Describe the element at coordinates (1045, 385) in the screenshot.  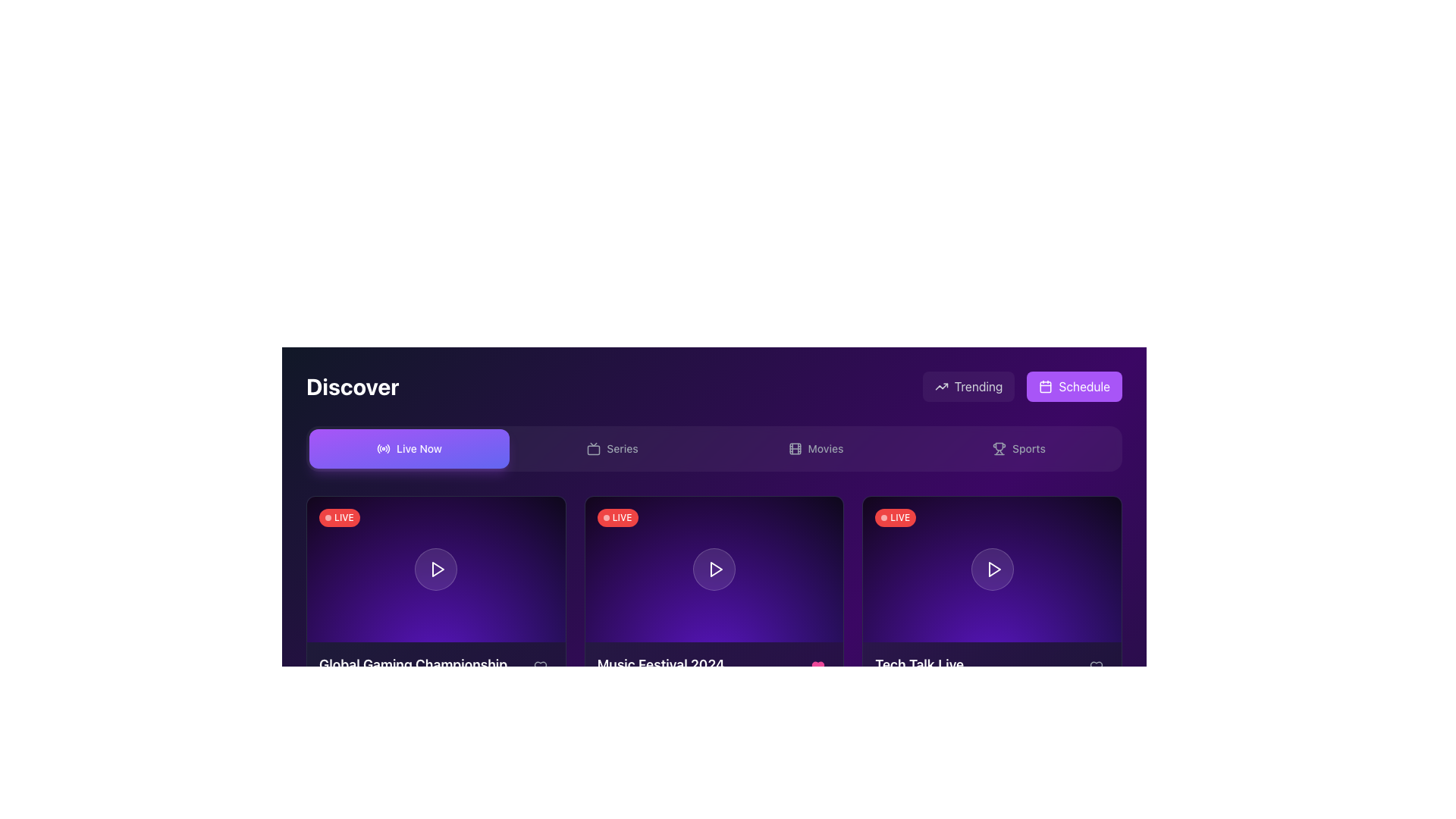
I see `the calendar icon with a purple background and white outline, which is adjacent to the 'Schedule' text` at that location.